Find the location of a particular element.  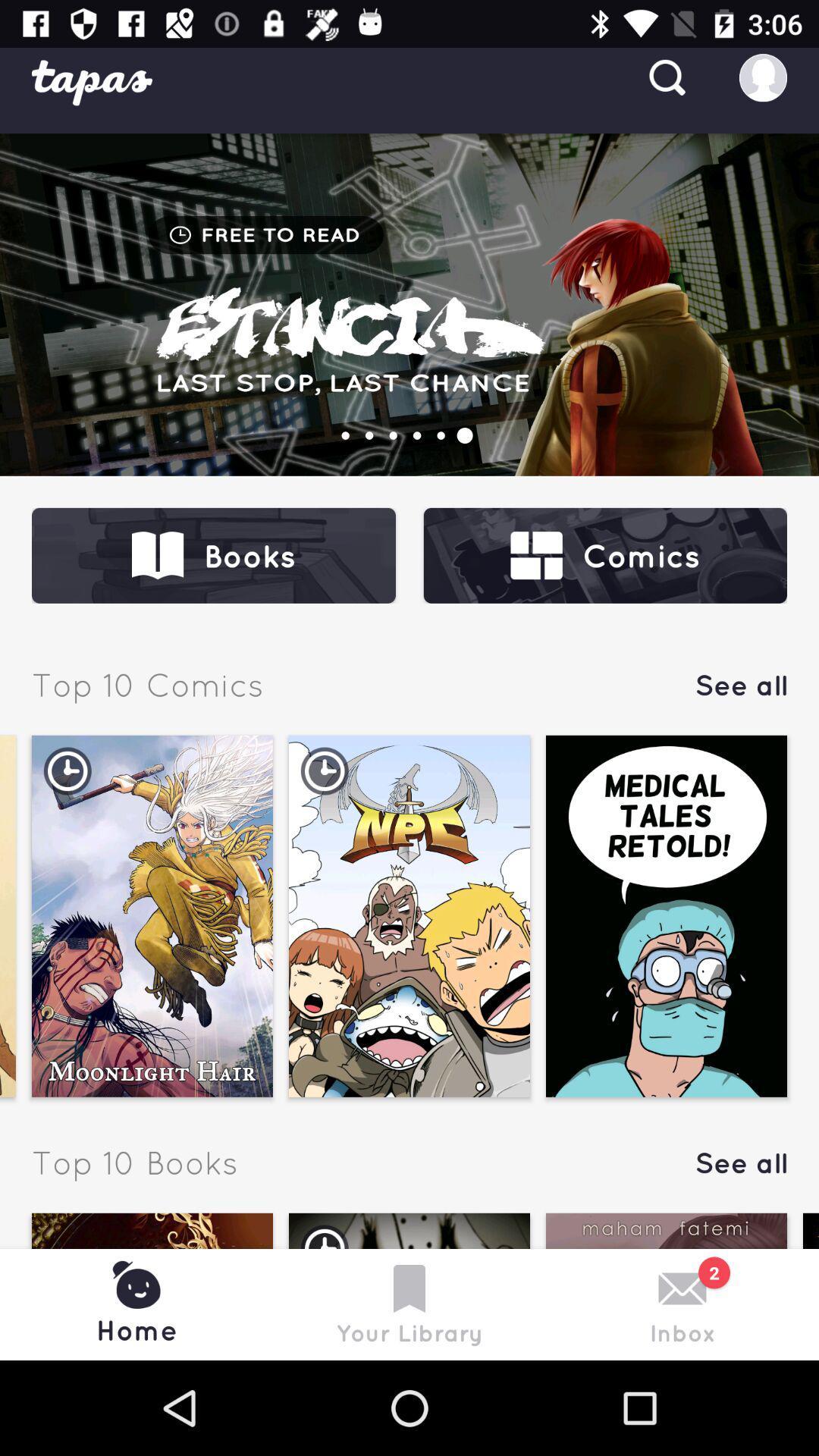

the image right to npc is located at coordinates (666, 915).